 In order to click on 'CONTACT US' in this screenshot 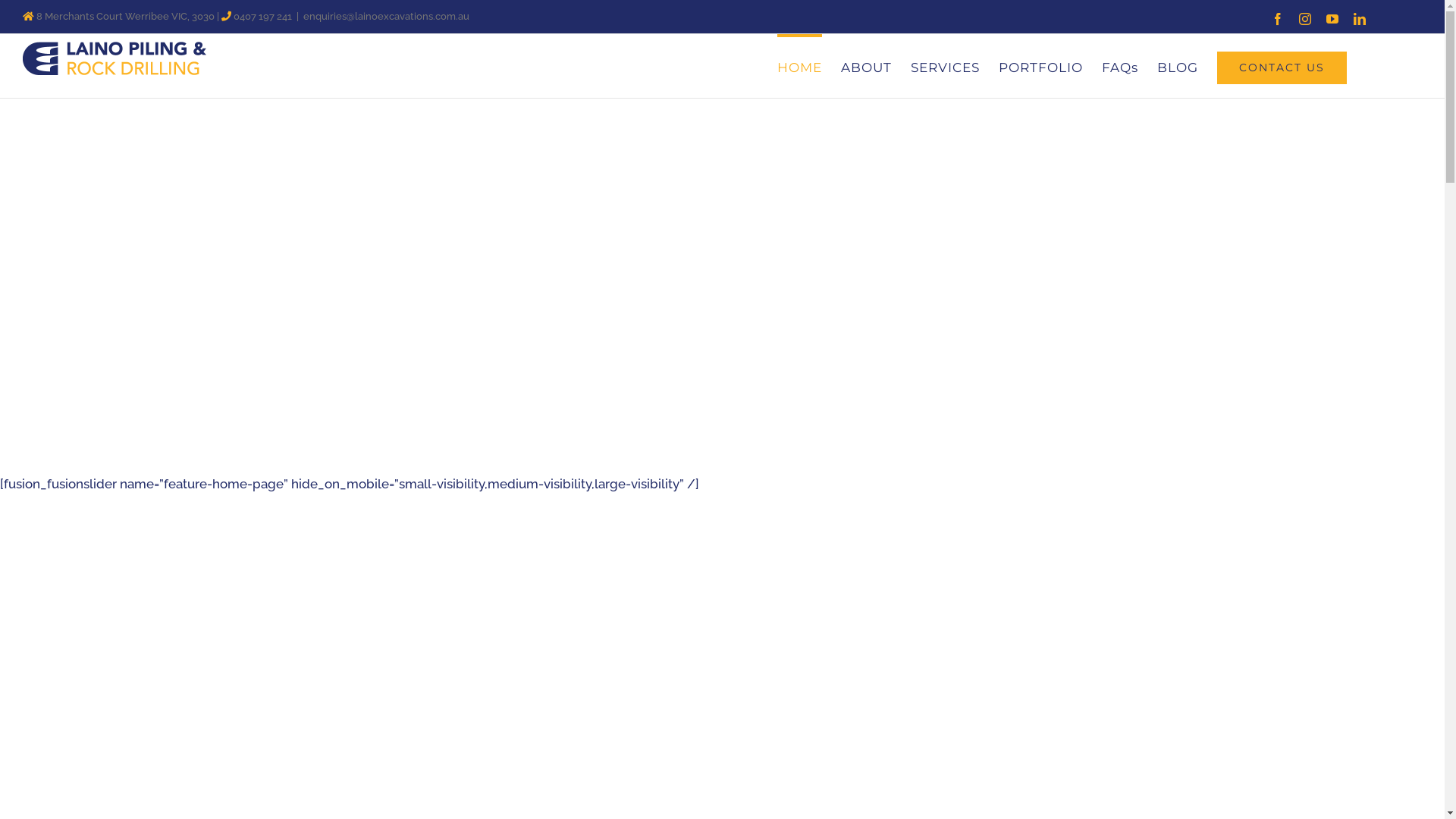, I will do `click(1281, 65)`.